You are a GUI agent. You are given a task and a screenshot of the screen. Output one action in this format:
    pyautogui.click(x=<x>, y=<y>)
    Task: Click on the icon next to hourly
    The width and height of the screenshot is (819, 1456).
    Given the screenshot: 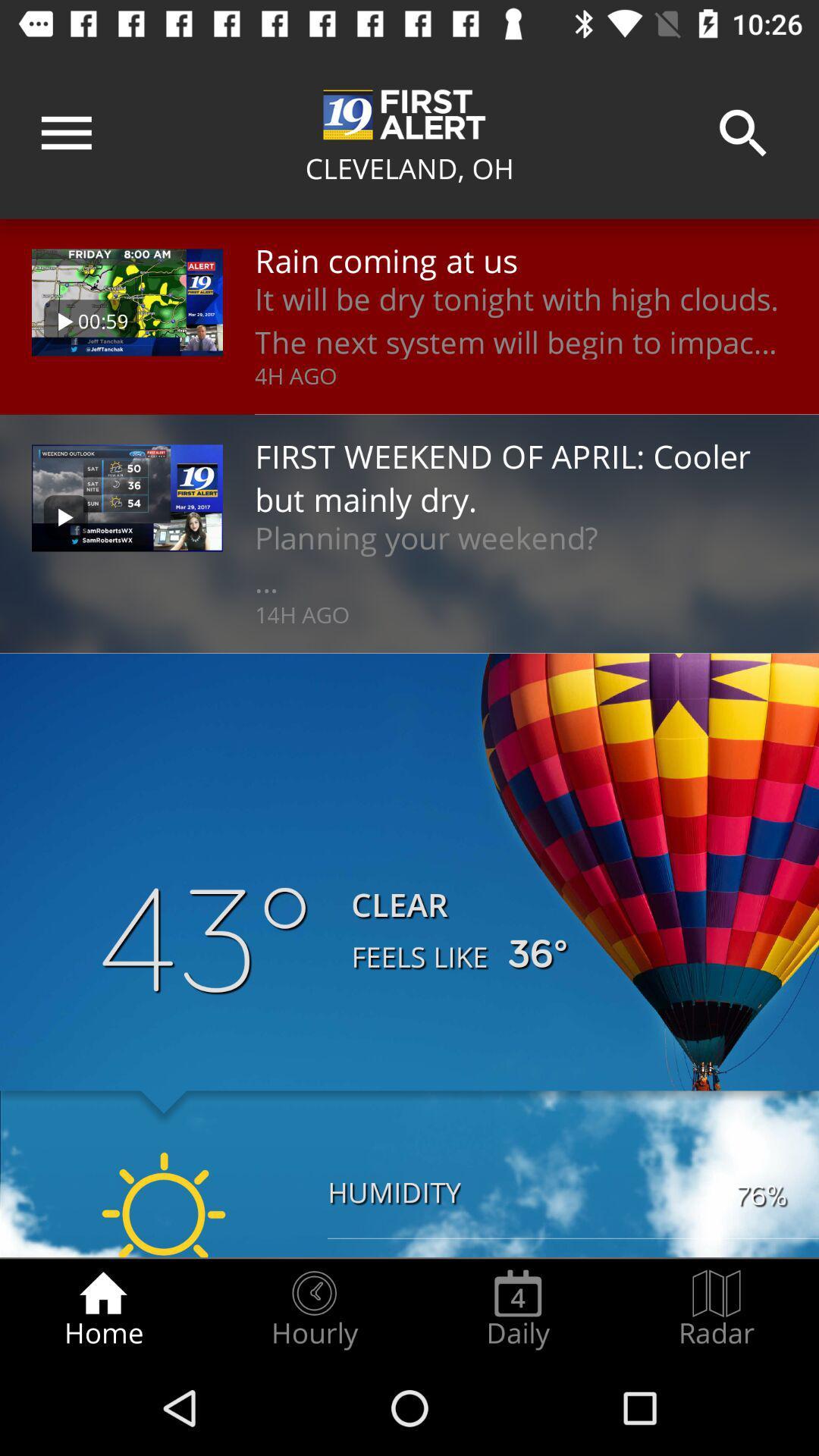 What is the action you would take?
    pyautogui.click(x=517, y=1309)
    